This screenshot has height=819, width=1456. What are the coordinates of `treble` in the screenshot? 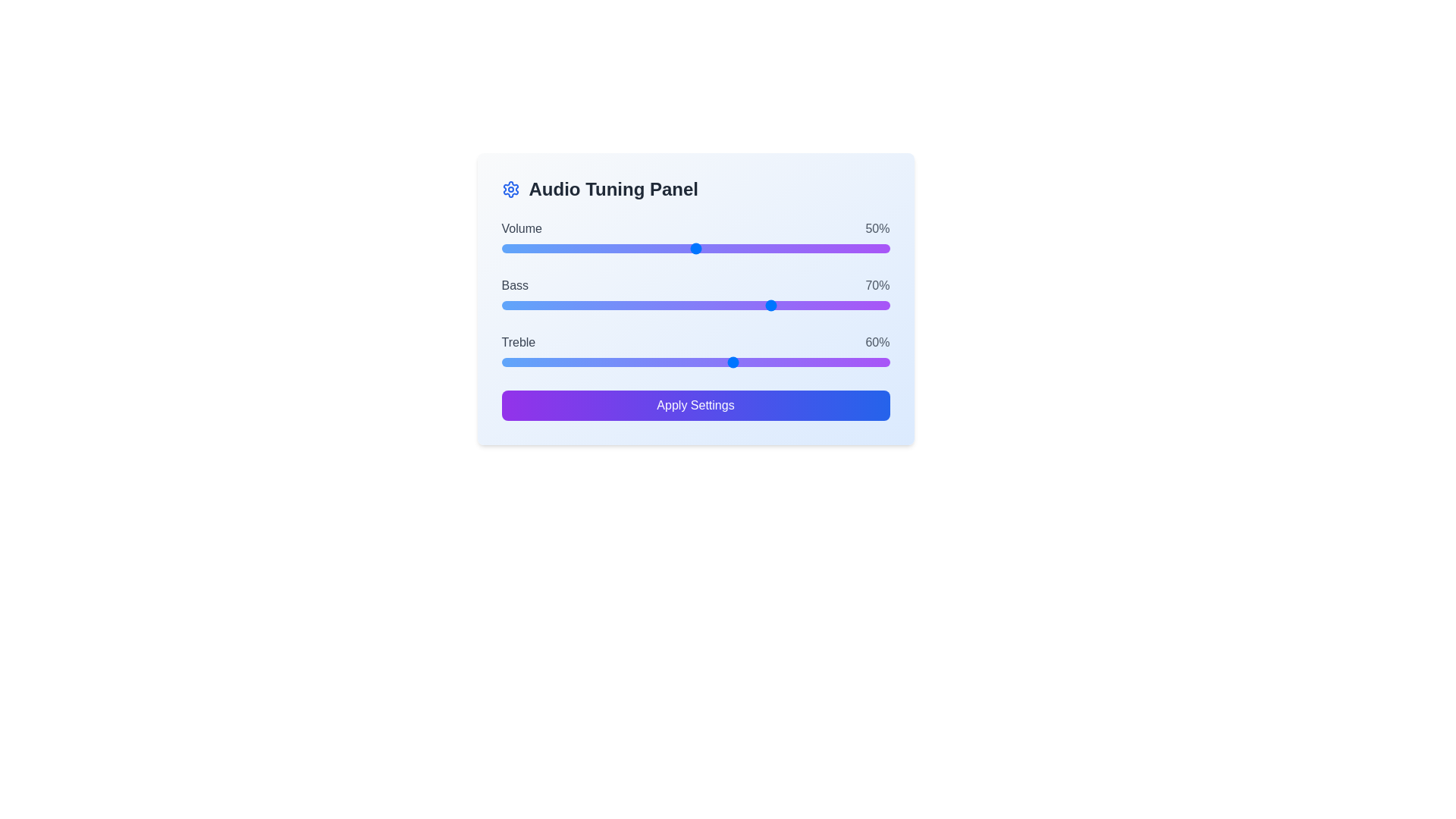 It's located at (777, 362).